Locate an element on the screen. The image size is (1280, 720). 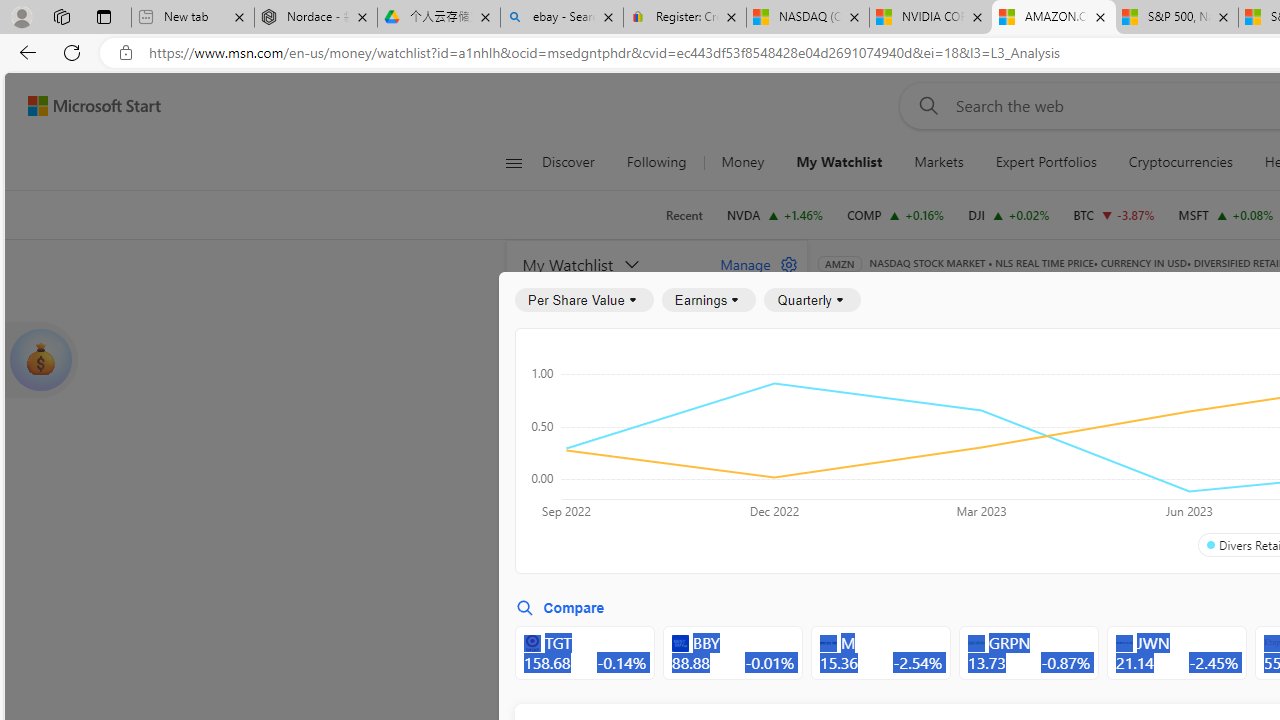
'Earnings' is located at coordinates (708, 300).